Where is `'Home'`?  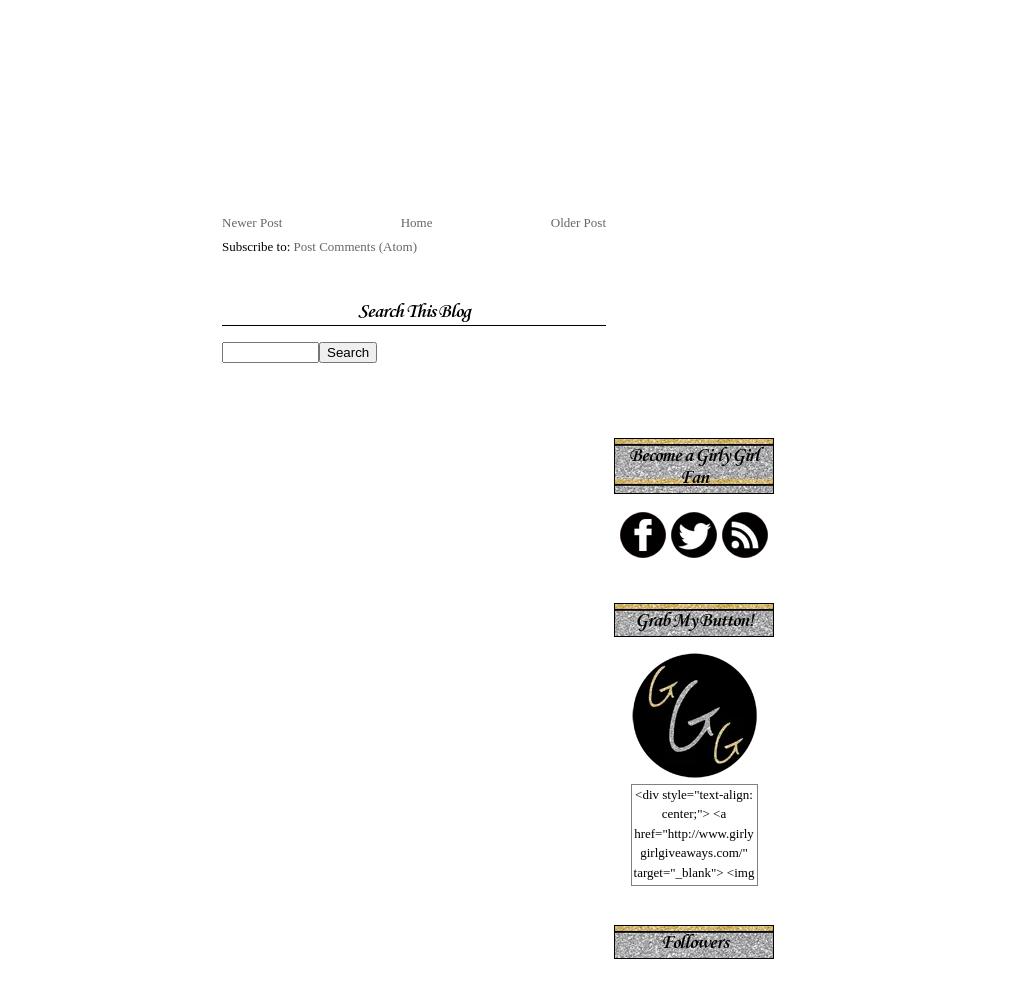 'Home' is located at coordinates (414, 221).